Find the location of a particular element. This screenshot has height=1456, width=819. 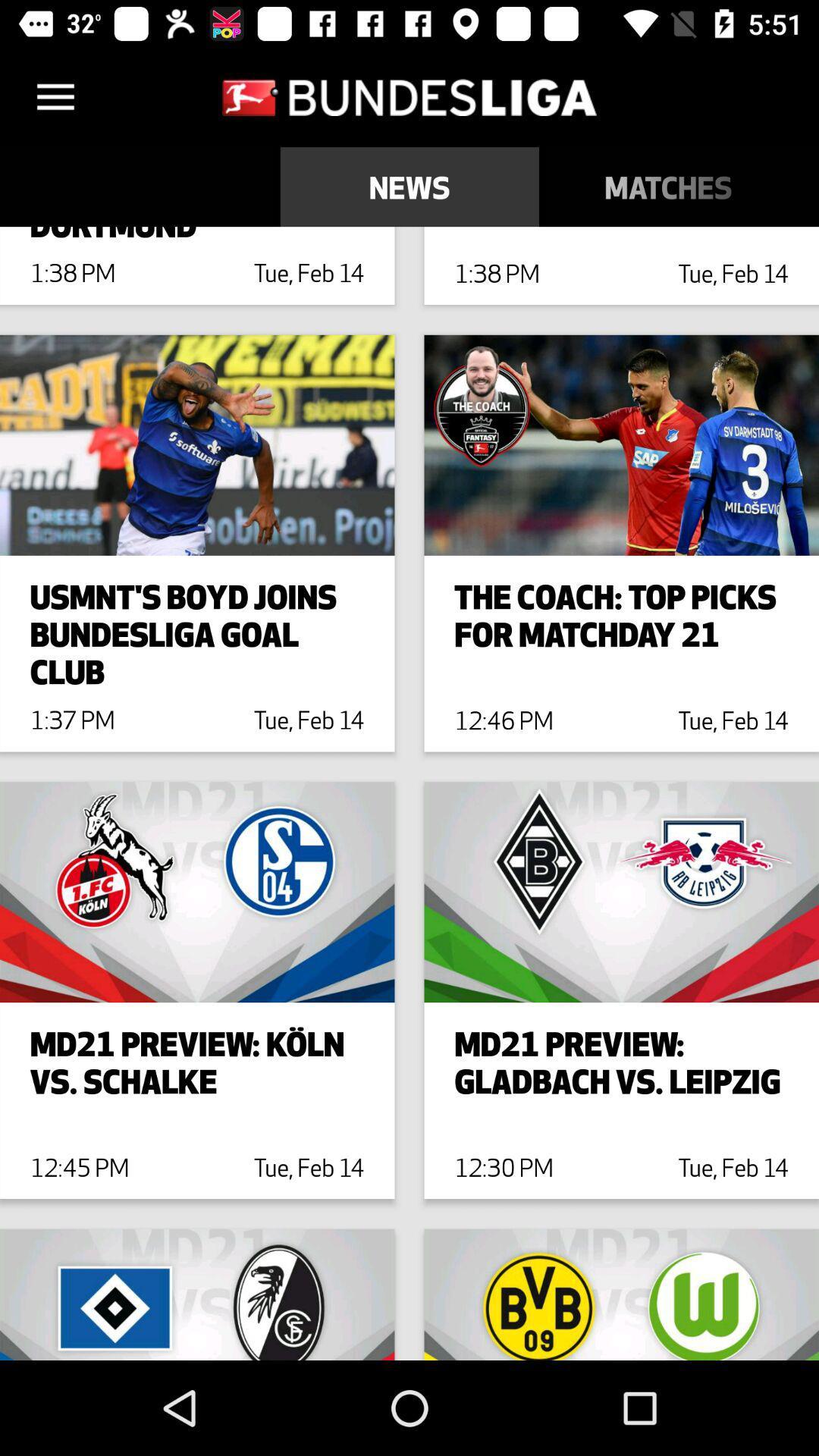

news is located at coordinates (409, 186).